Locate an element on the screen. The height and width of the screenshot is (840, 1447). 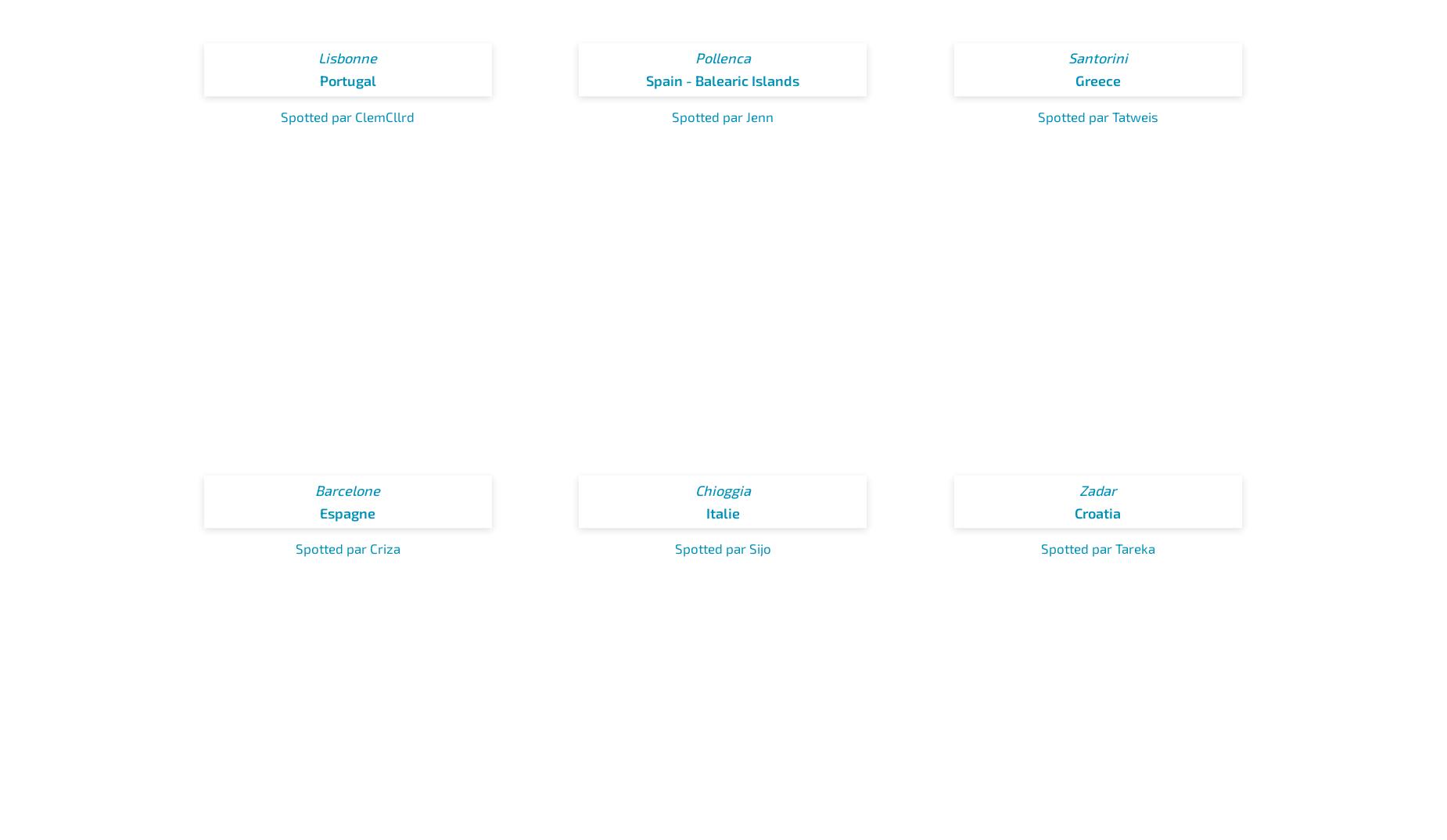
'Barcelone' is located at coordinates (346, 490).